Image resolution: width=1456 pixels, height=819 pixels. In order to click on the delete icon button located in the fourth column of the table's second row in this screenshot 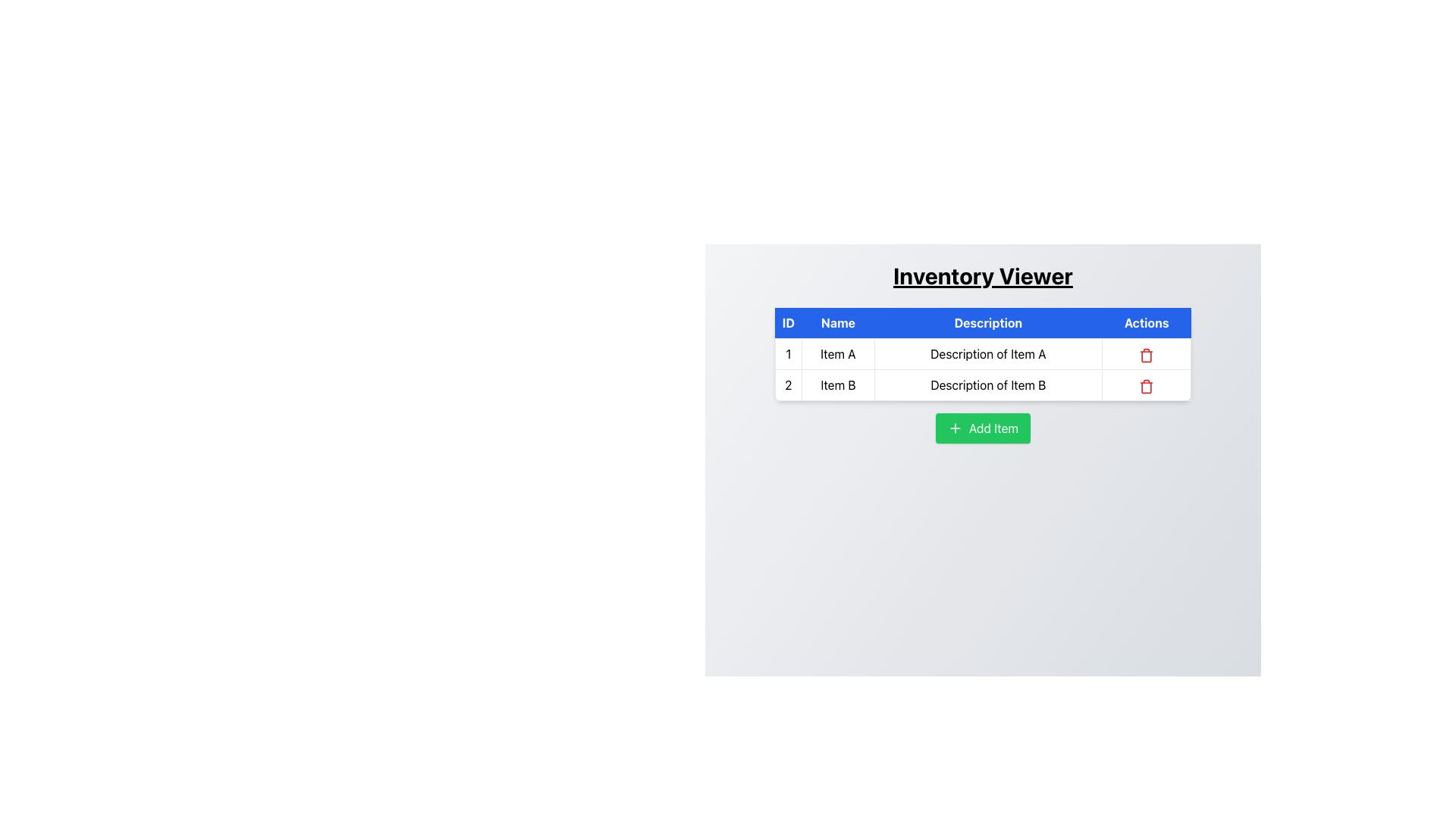, I will do `click(1147, 384)`.